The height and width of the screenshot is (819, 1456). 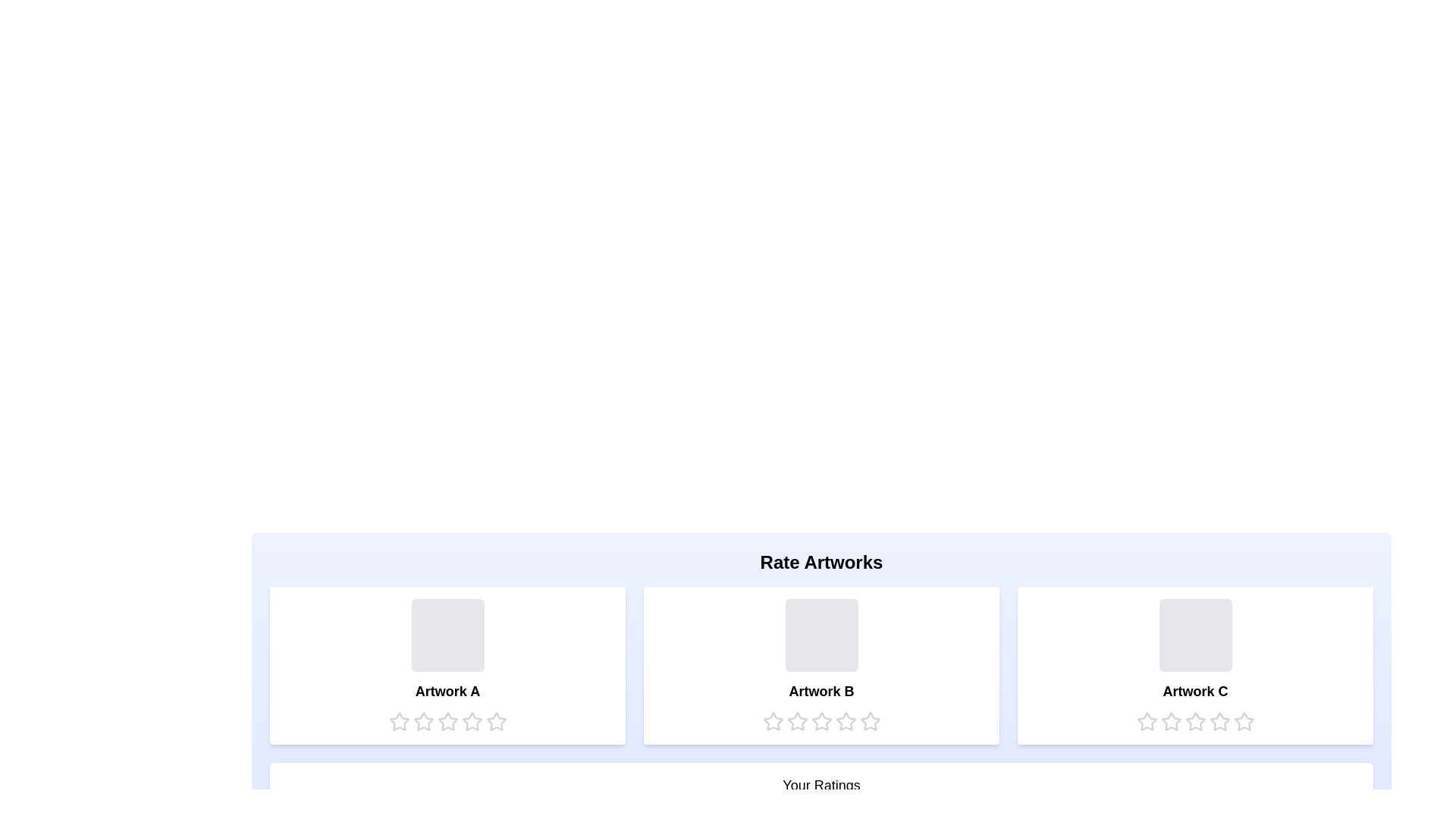 What do you see at coordinates (1170, 721) in the screenshot?
I see `the star corresponding to the rating 2 for the artwork Artwork C` at bounding box center [1170, 721].